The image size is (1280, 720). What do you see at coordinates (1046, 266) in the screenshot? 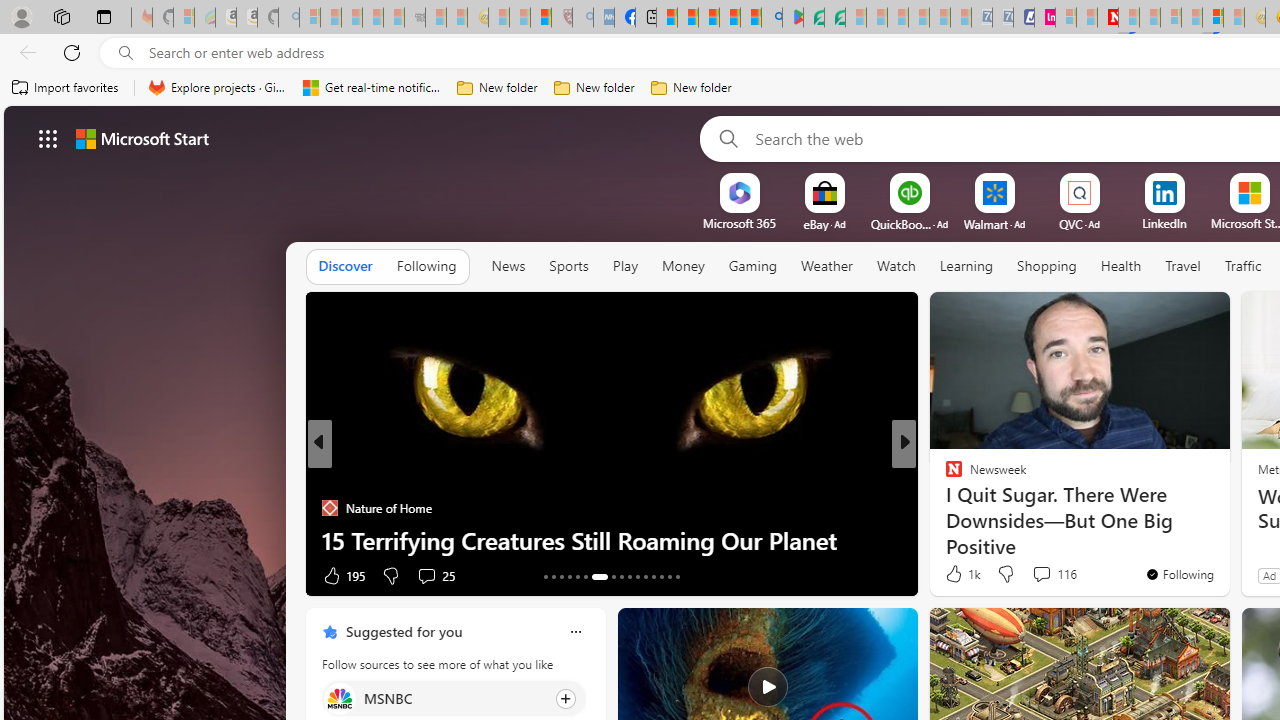
I see `'Shopping'` at bounding box center [1046, 266].